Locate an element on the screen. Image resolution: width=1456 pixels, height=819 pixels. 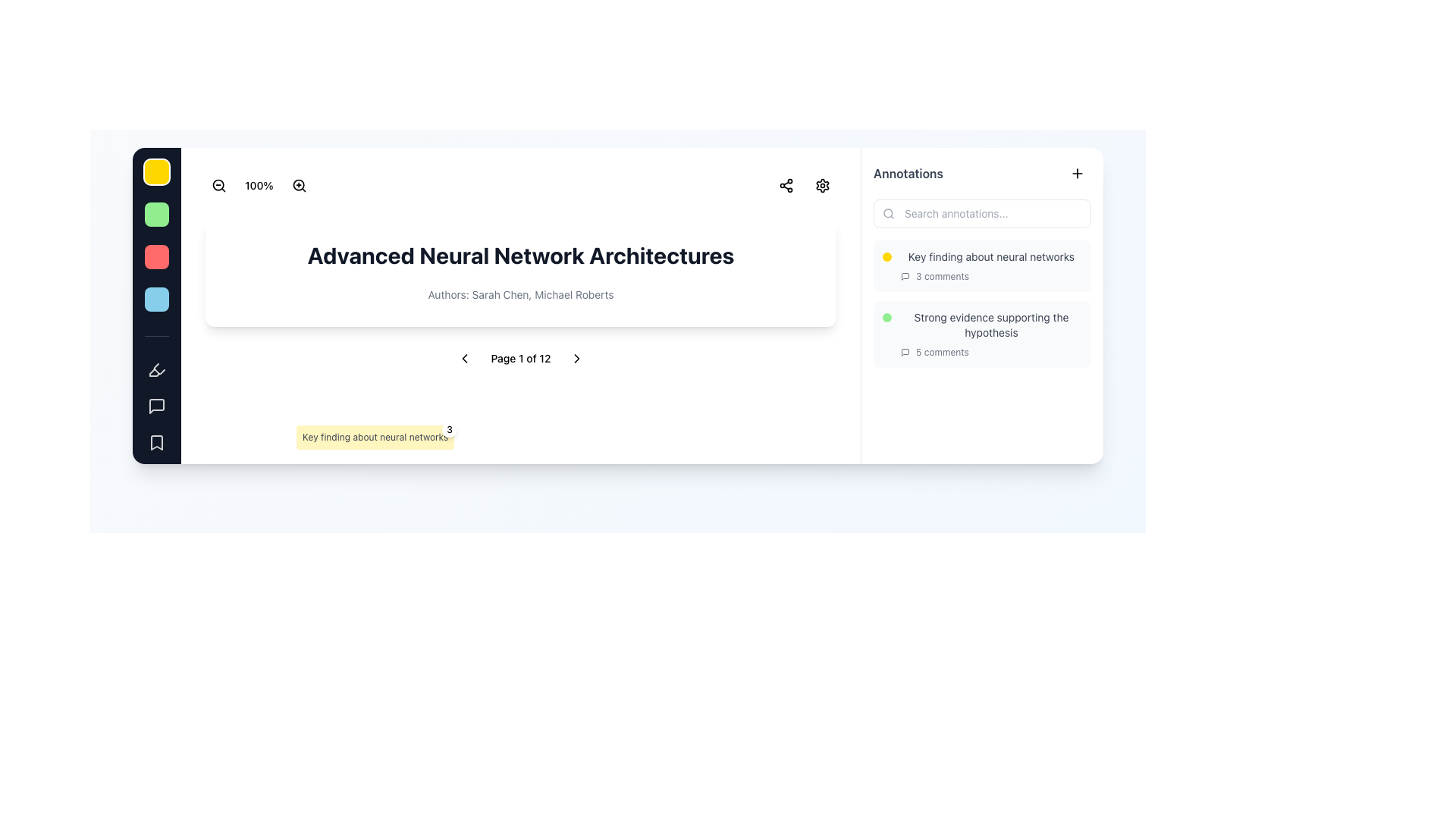
the '3 comments' link in the annotation entry titled 'Key finding about neural networks' is located at coordinates (991, 265).